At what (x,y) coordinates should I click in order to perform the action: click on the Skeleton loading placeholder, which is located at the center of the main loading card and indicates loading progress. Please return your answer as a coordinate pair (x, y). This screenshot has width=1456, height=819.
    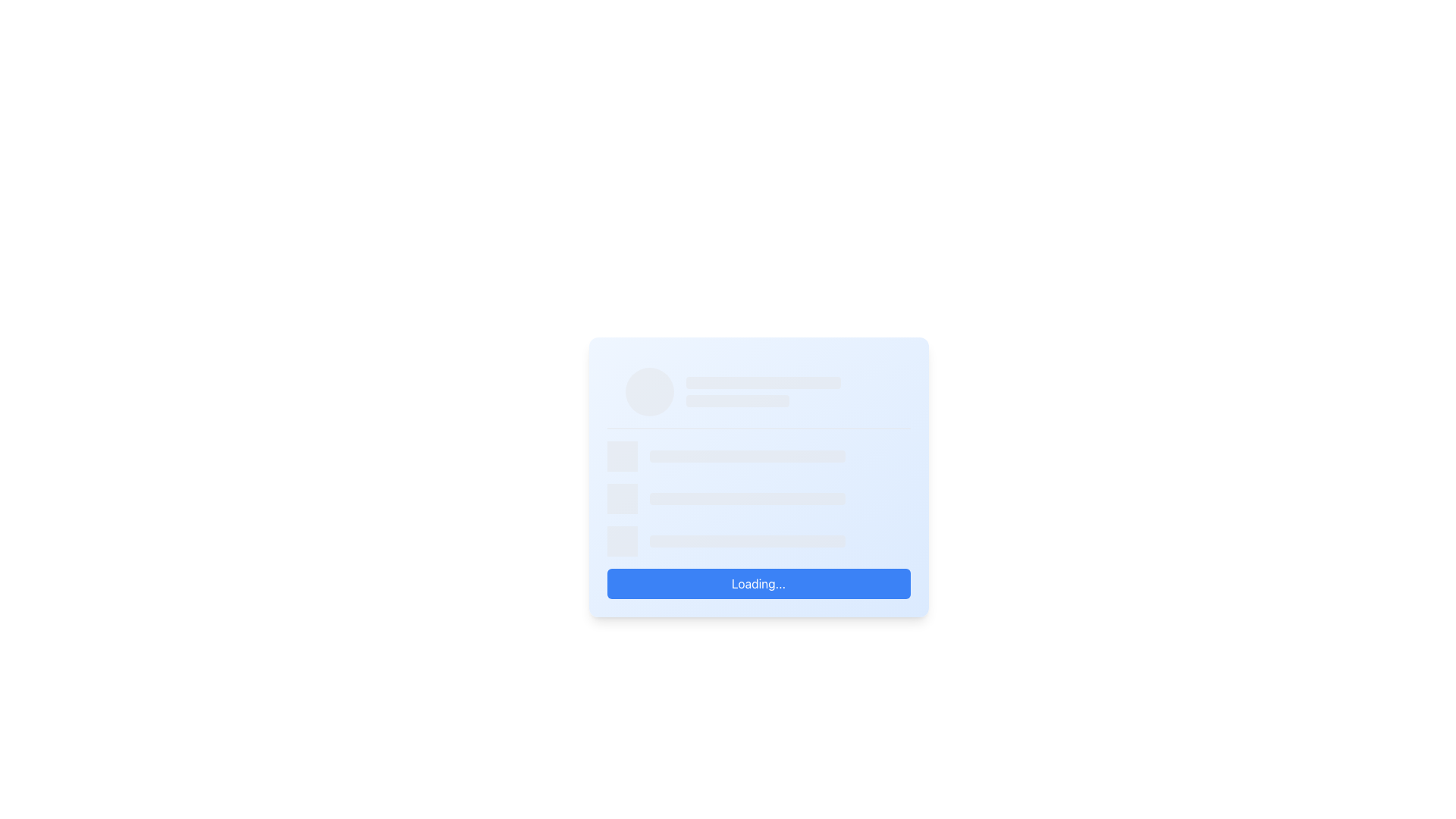
    Looking at the image, I should click on (747, 499).